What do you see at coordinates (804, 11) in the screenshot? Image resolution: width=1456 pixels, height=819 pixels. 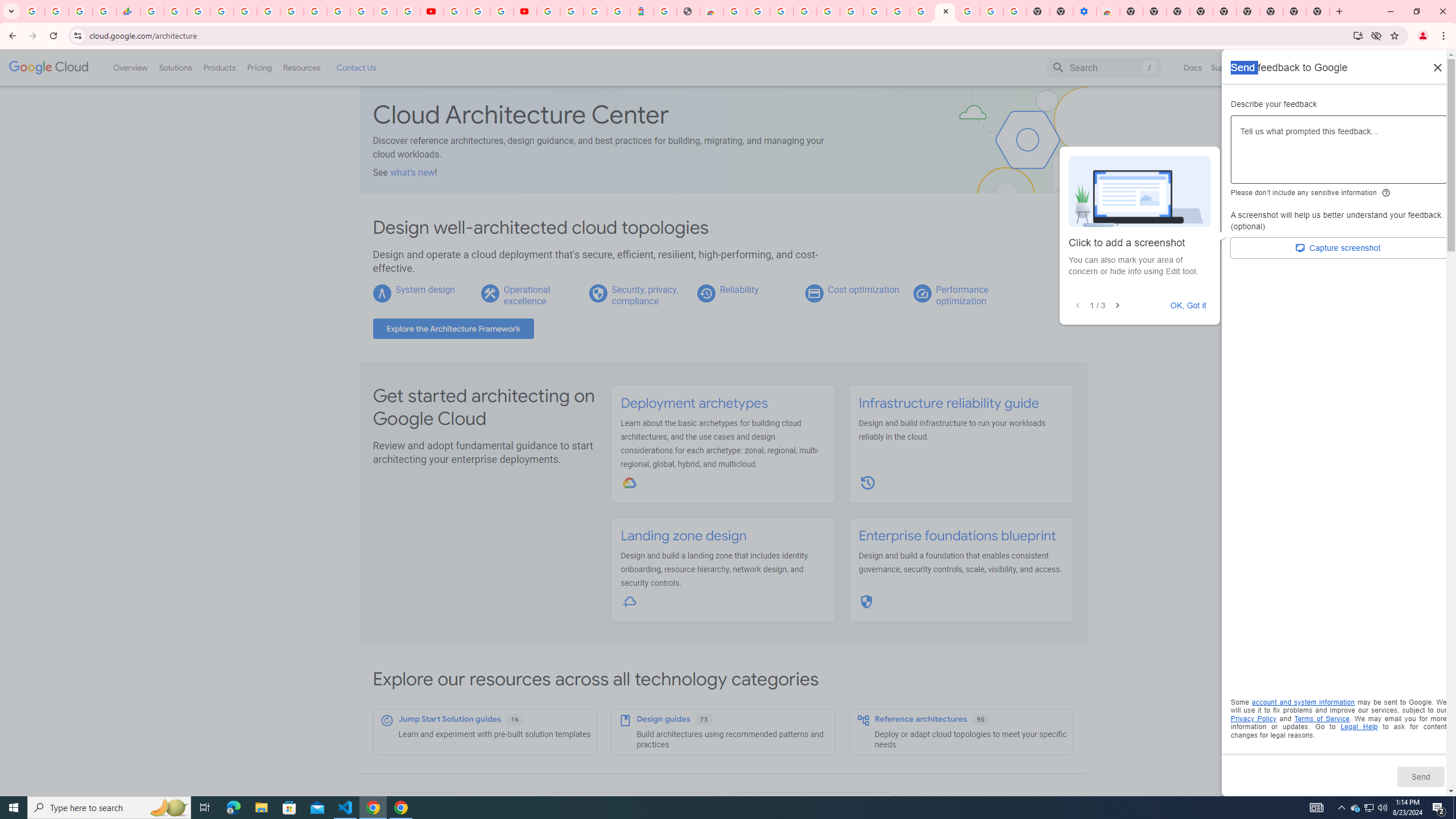 I see `'Ad Settings'` at bounding box center [804, 11].